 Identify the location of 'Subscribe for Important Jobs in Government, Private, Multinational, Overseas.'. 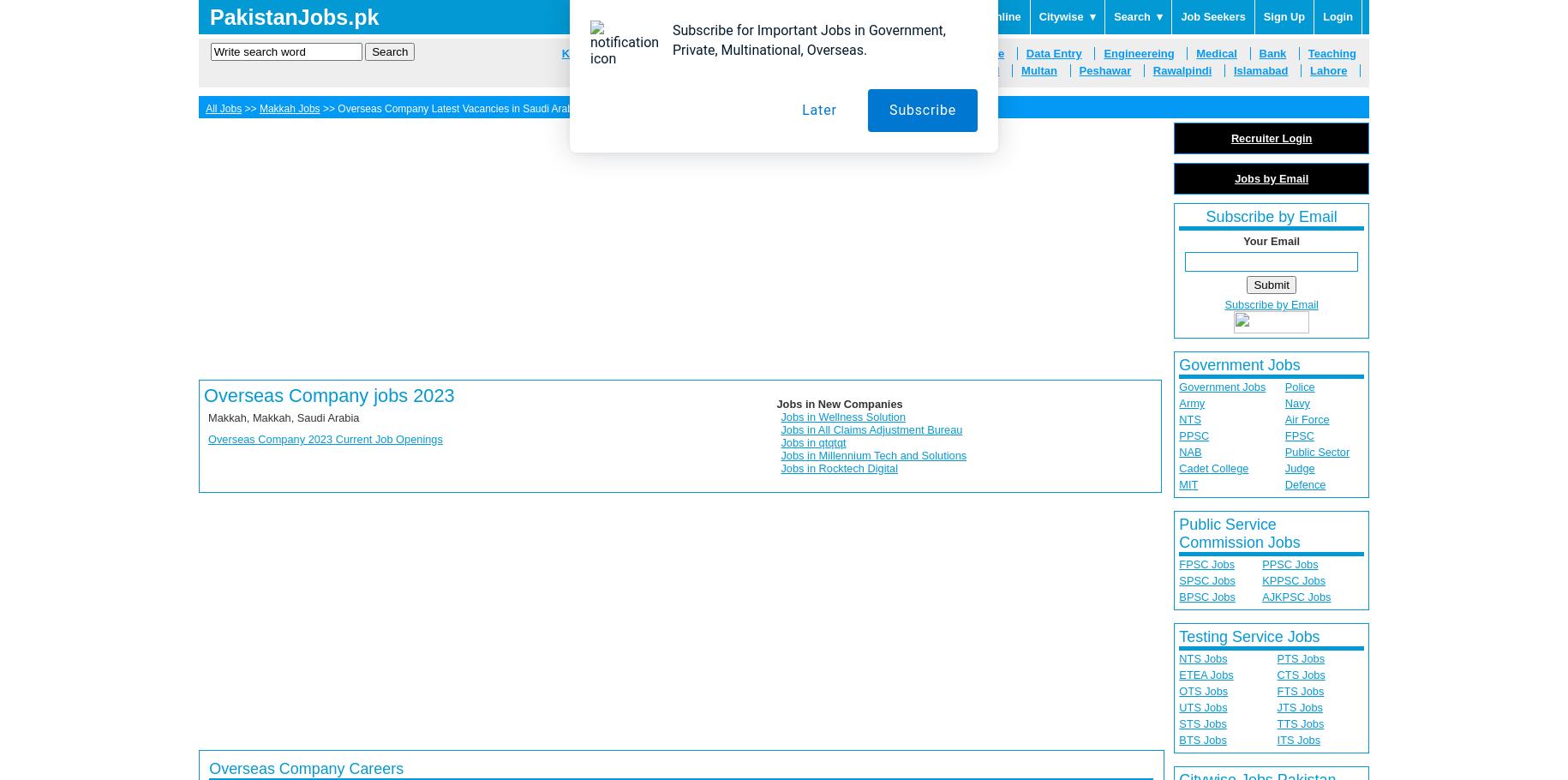
(807, 39).